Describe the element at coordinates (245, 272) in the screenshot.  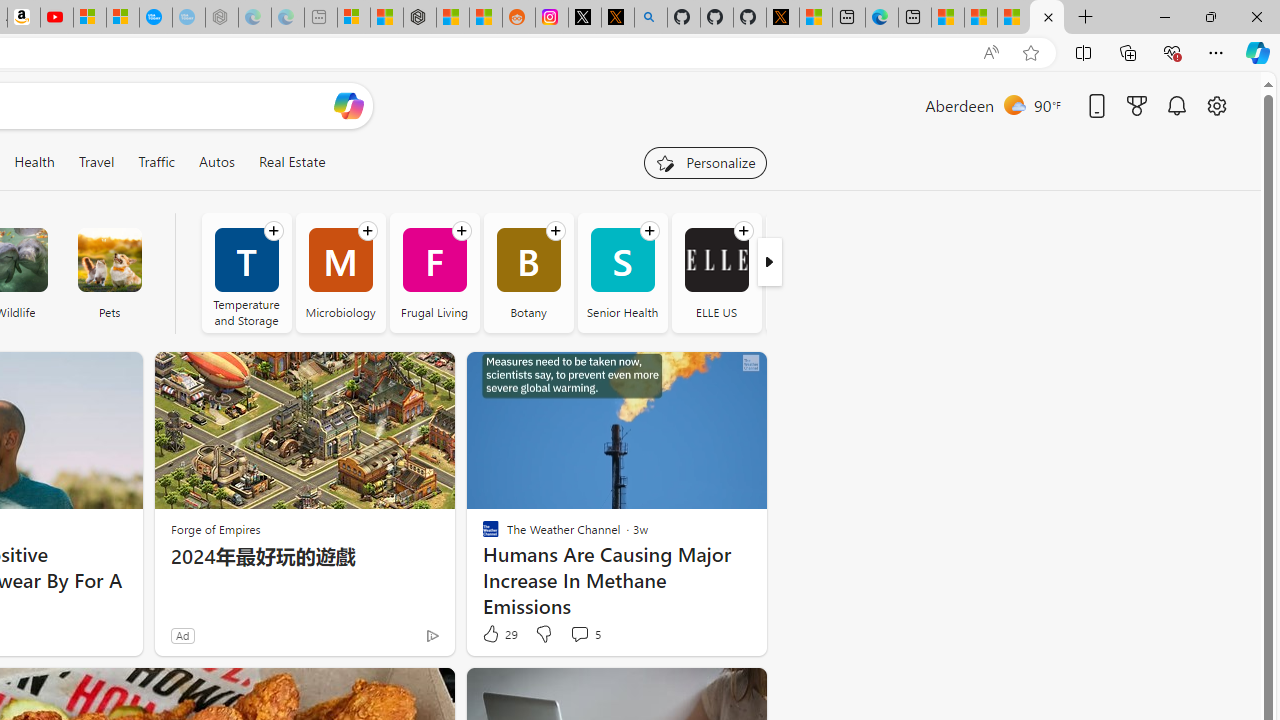
I see `'Temperature and Storage'` at that location.